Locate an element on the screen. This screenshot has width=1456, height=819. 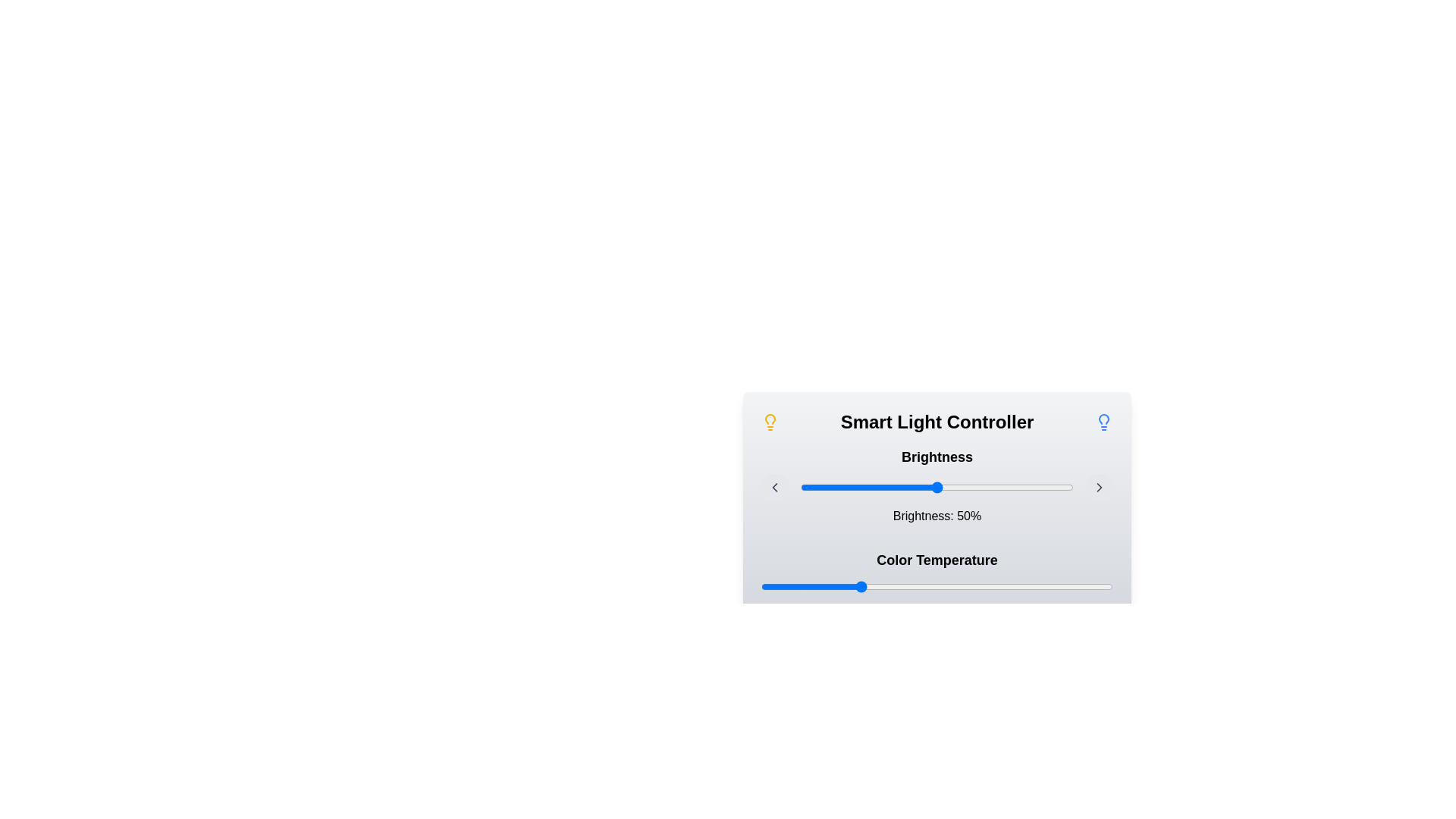
the color temperature is located at coordinates (1080, 586).